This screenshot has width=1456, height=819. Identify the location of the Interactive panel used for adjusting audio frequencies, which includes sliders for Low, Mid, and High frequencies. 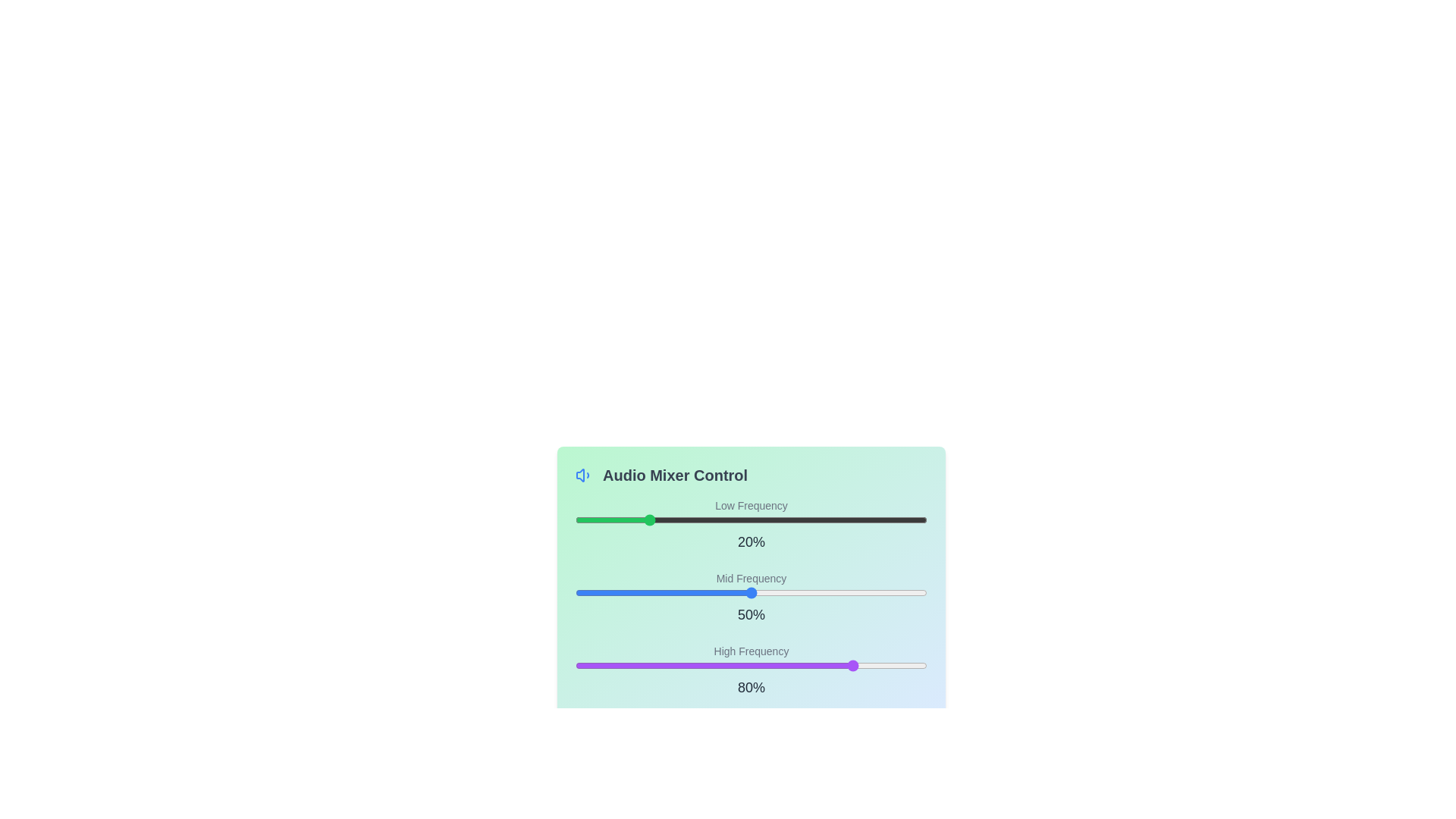
(751, 581).